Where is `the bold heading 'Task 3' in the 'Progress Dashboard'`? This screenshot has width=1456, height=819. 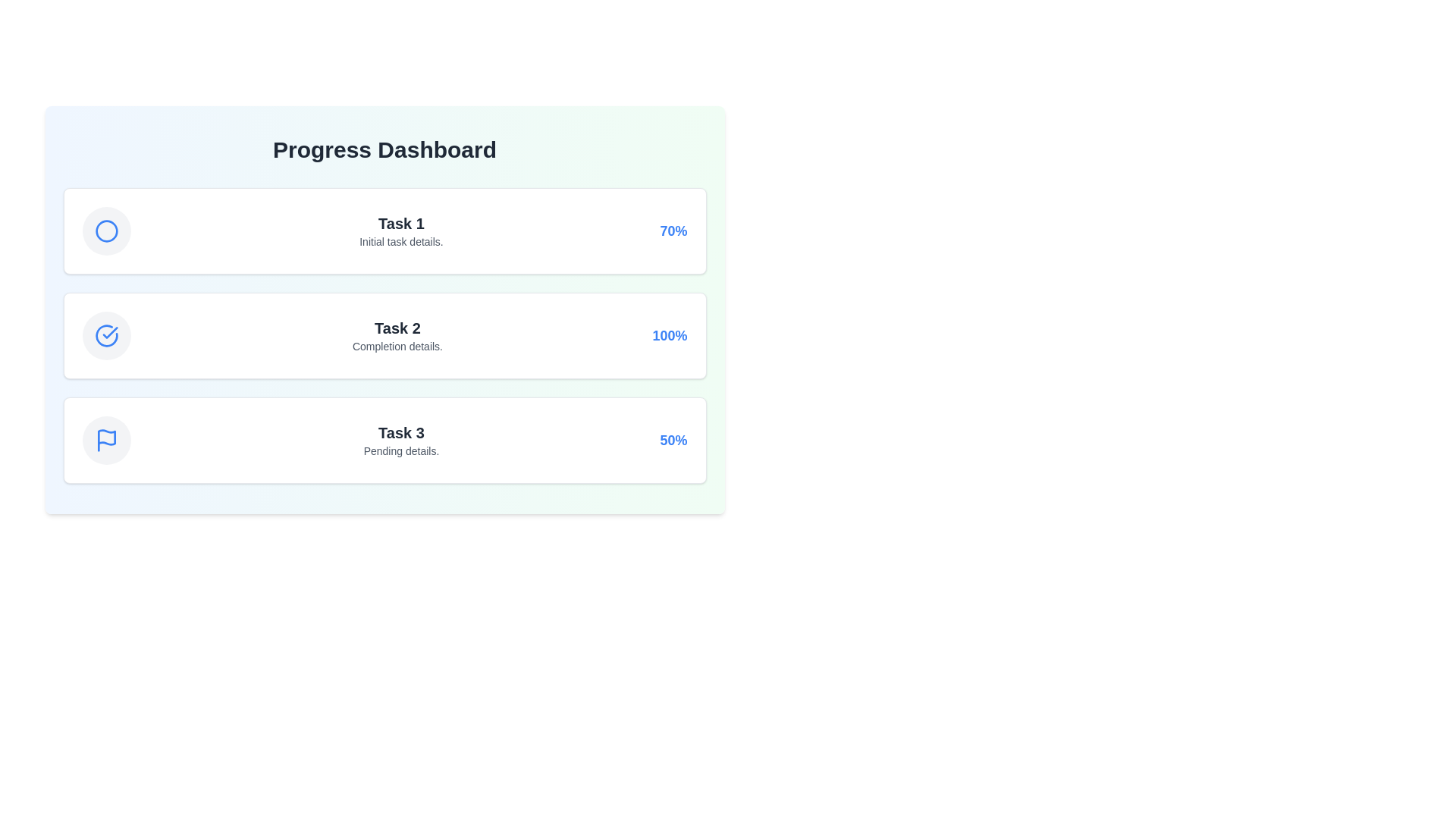
the bold heading 'Task 3' in the 'Progress Dashboard' is located at coordinates (401, 432).